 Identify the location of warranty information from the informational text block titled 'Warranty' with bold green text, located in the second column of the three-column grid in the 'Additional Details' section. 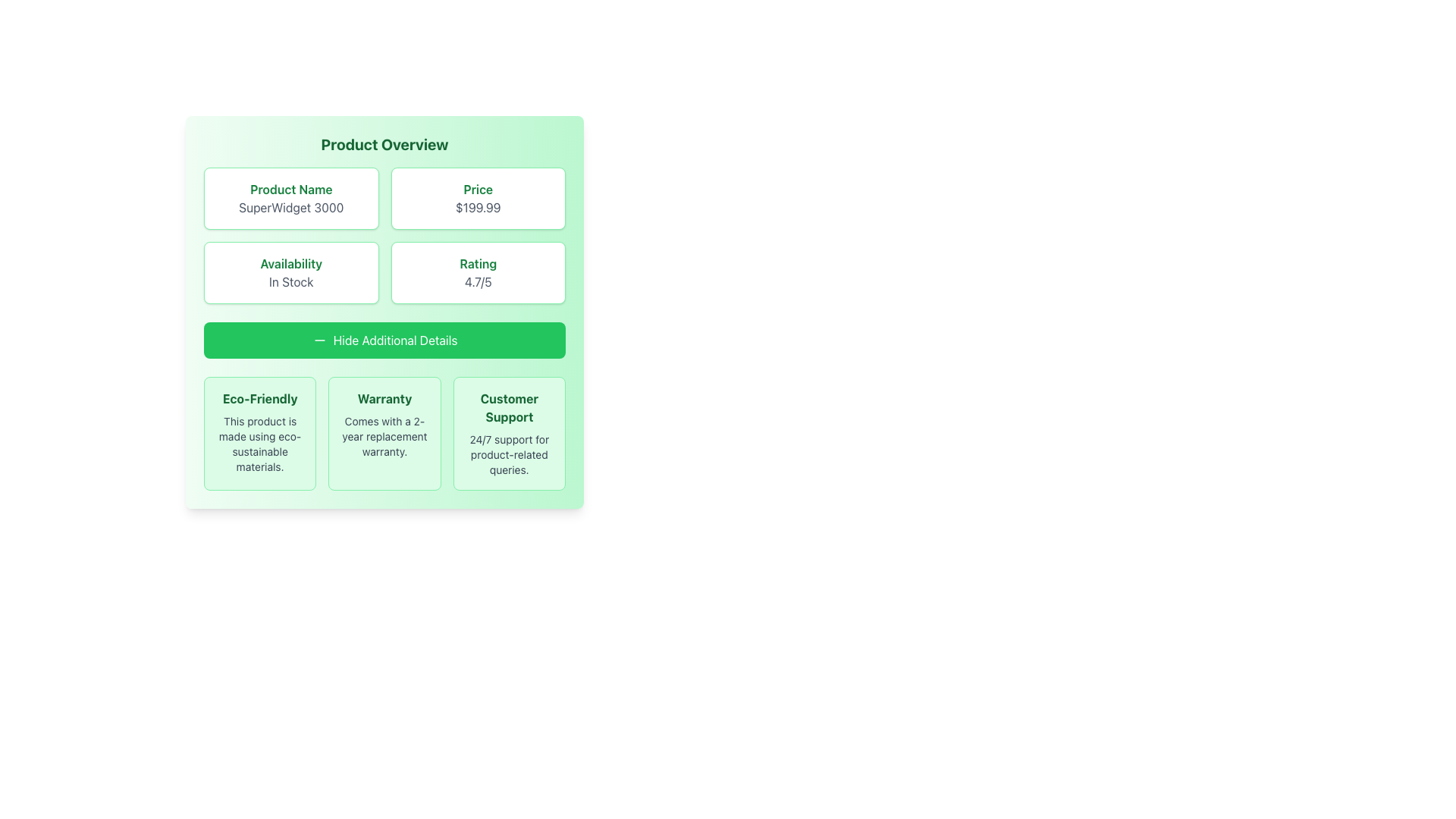
(384, 433).